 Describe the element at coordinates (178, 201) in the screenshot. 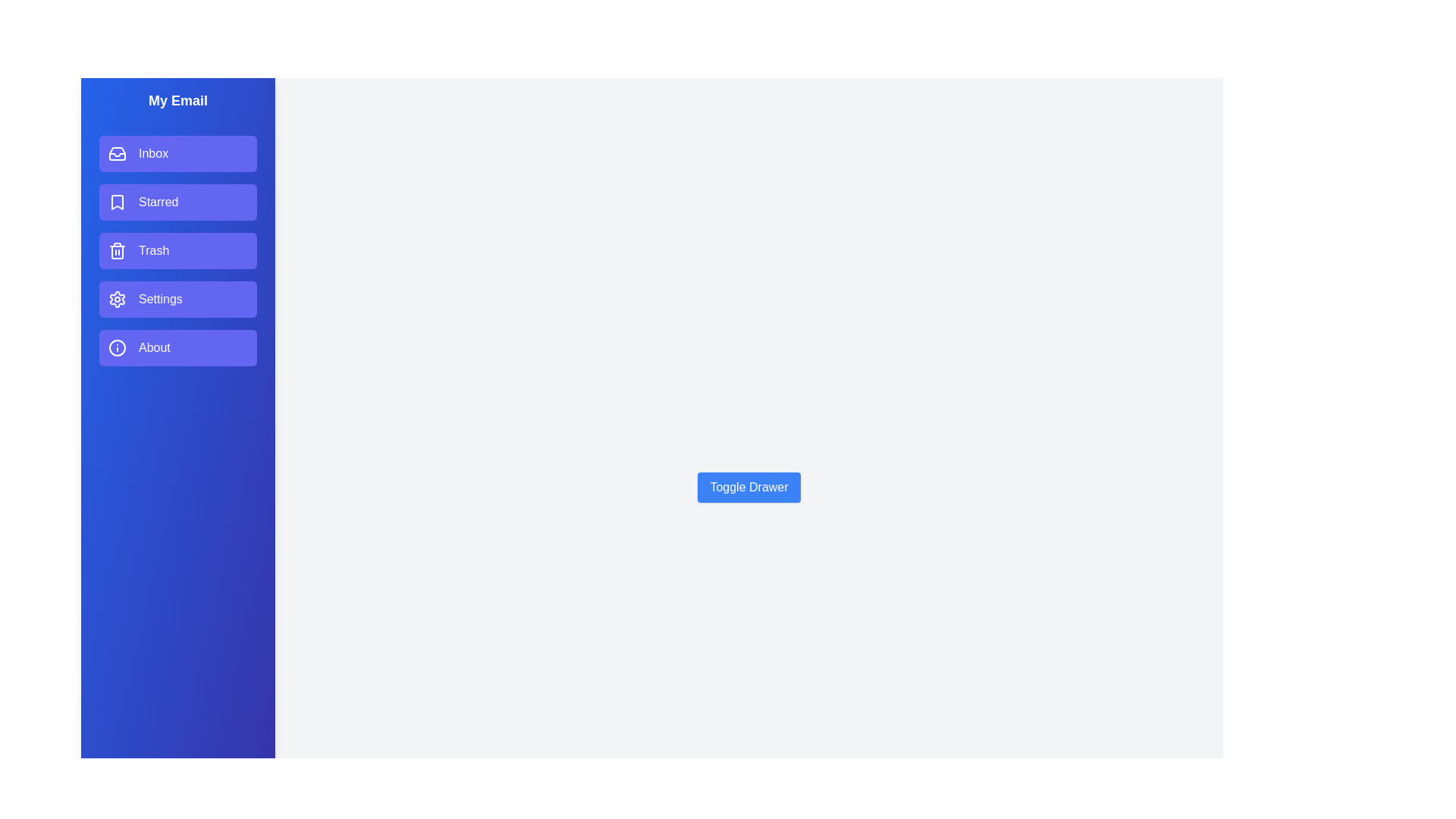

I see `the email section item Starred` at that location.